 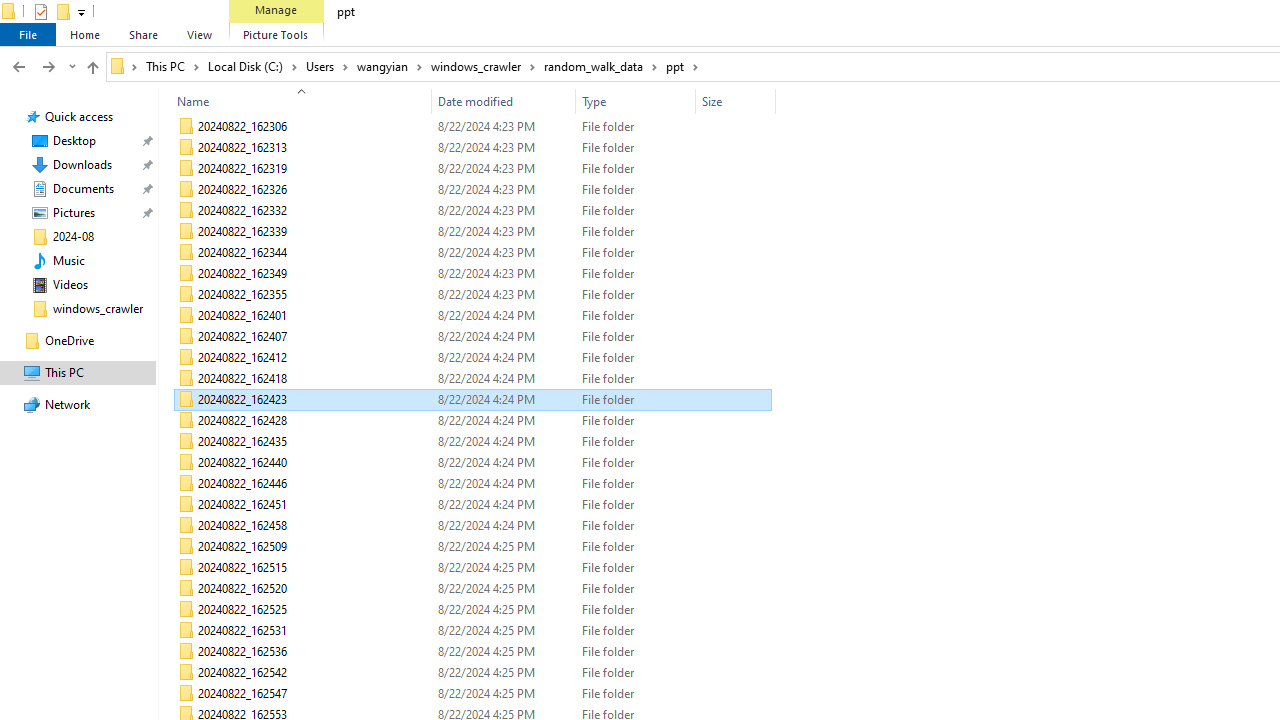 I want to click on '20240822_162319', so click(x=471, y=167).